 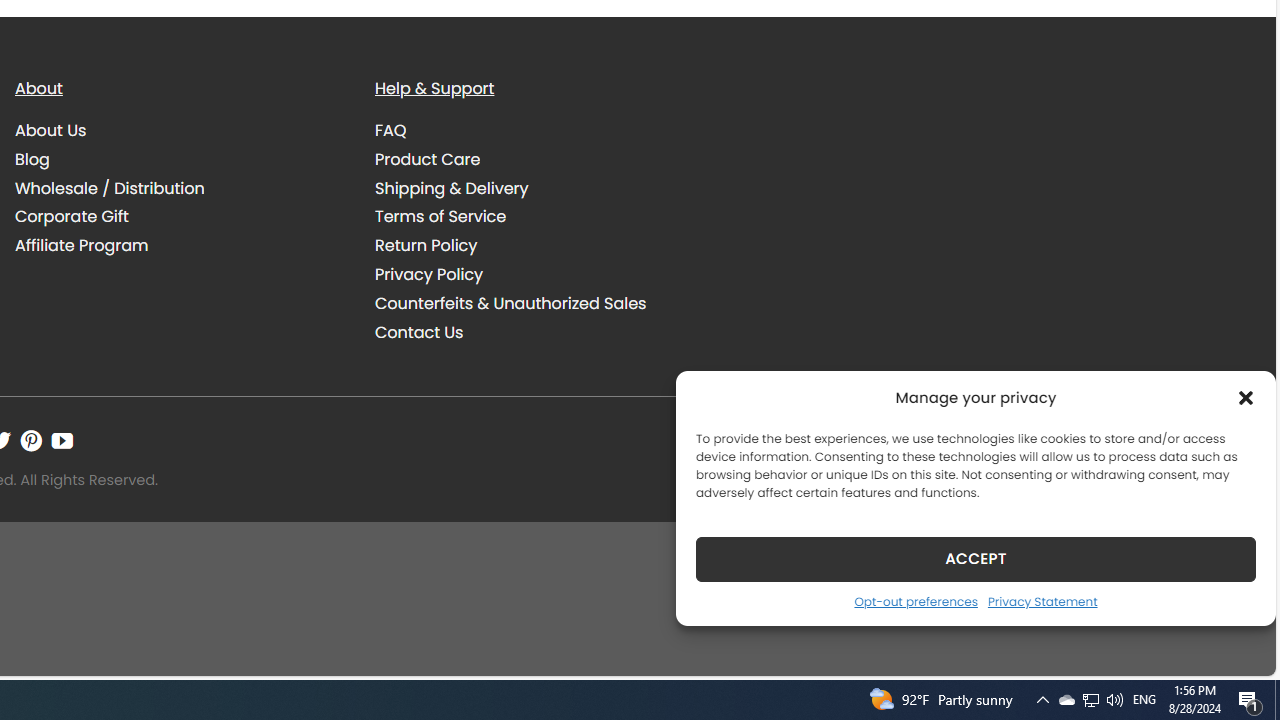 I want to click on 'Wholesale / Distribution', so click(x=180, y=188).